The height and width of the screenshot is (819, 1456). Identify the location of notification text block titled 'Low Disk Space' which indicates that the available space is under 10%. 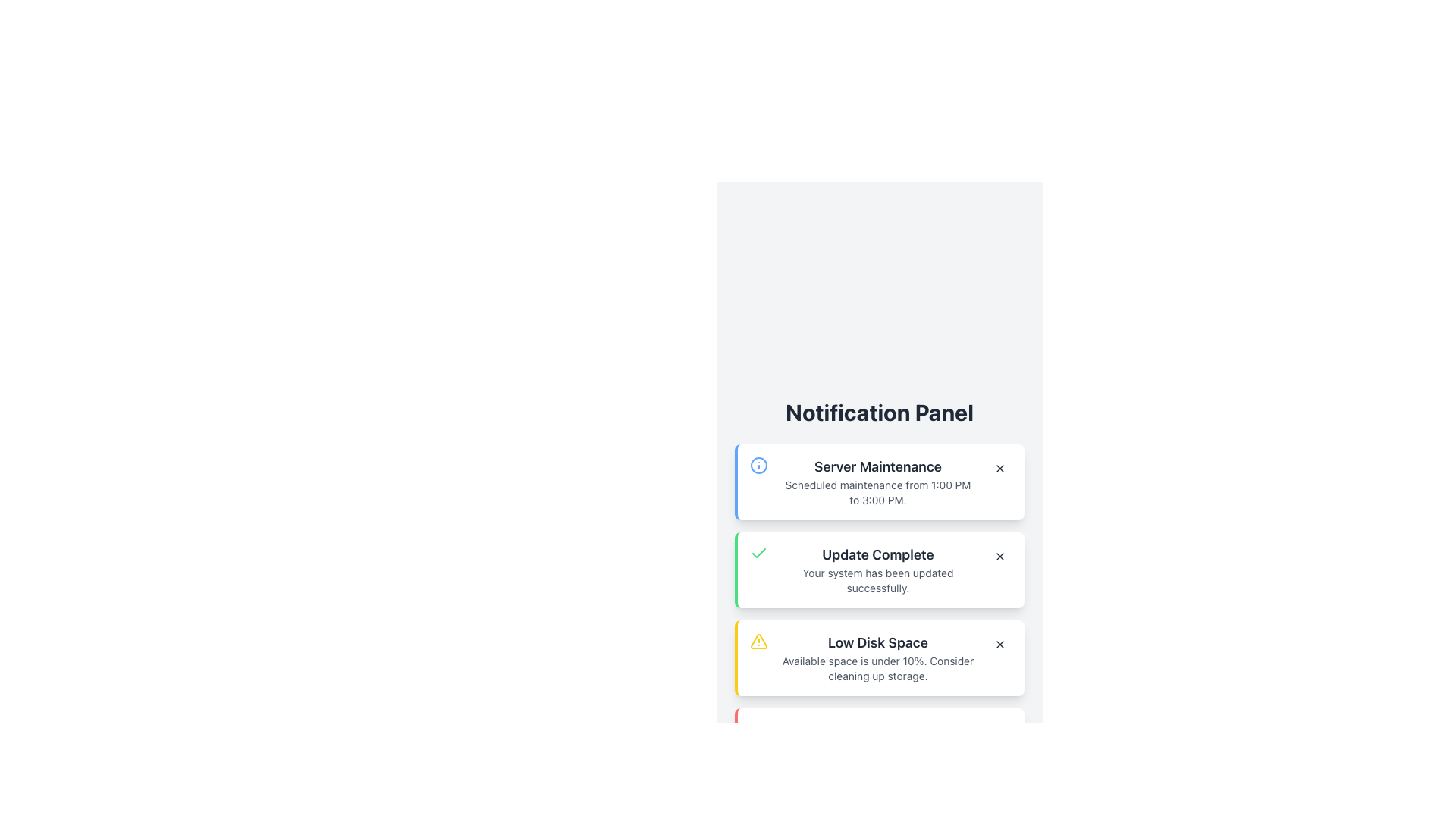
(877, 657).